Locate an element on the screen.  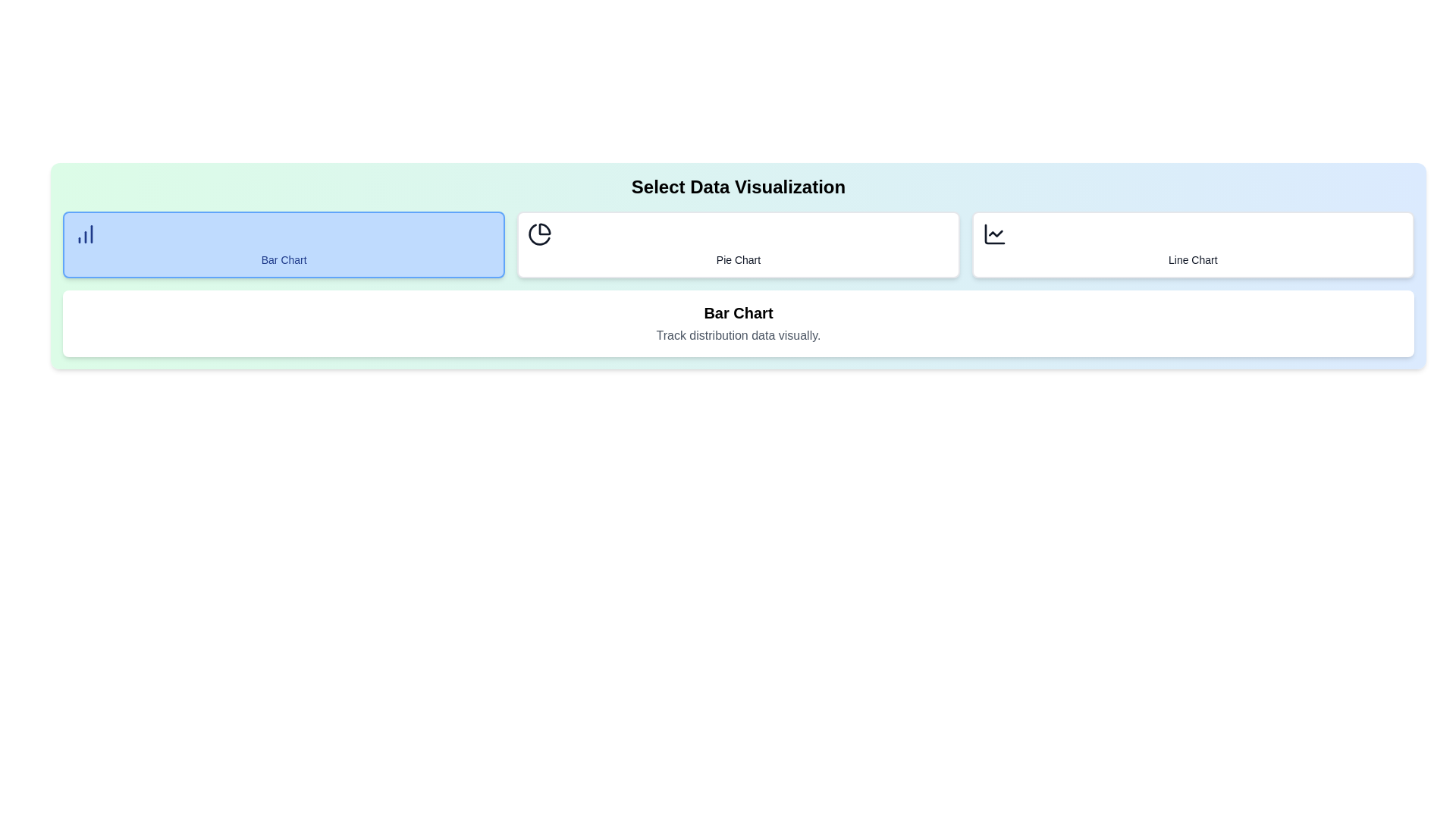
the header text element reading 'Select Data Visualization', which is styled with a larger bold font and centrally aligned within a gradient background is located at coordinates (739, 186).